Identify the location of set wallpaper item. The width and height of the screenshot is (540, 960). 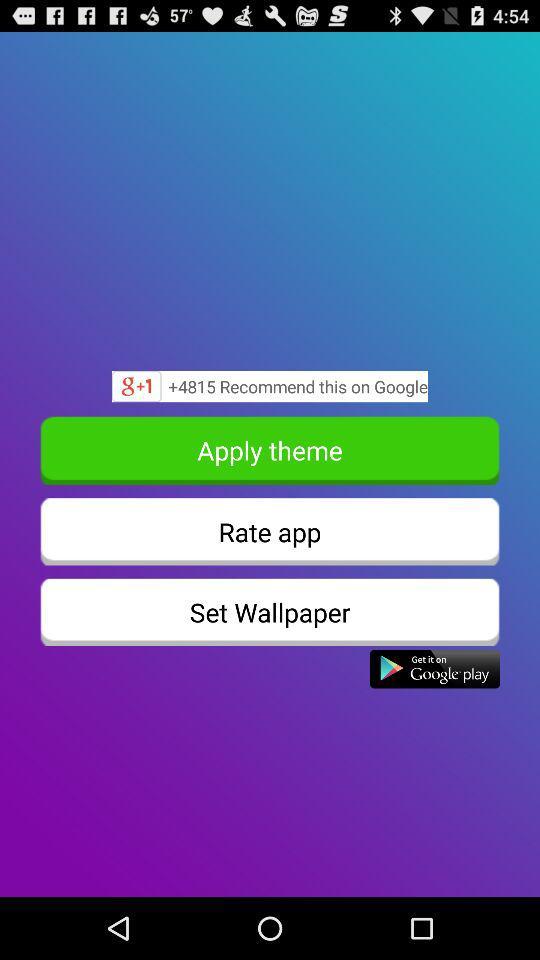
(270, 611).